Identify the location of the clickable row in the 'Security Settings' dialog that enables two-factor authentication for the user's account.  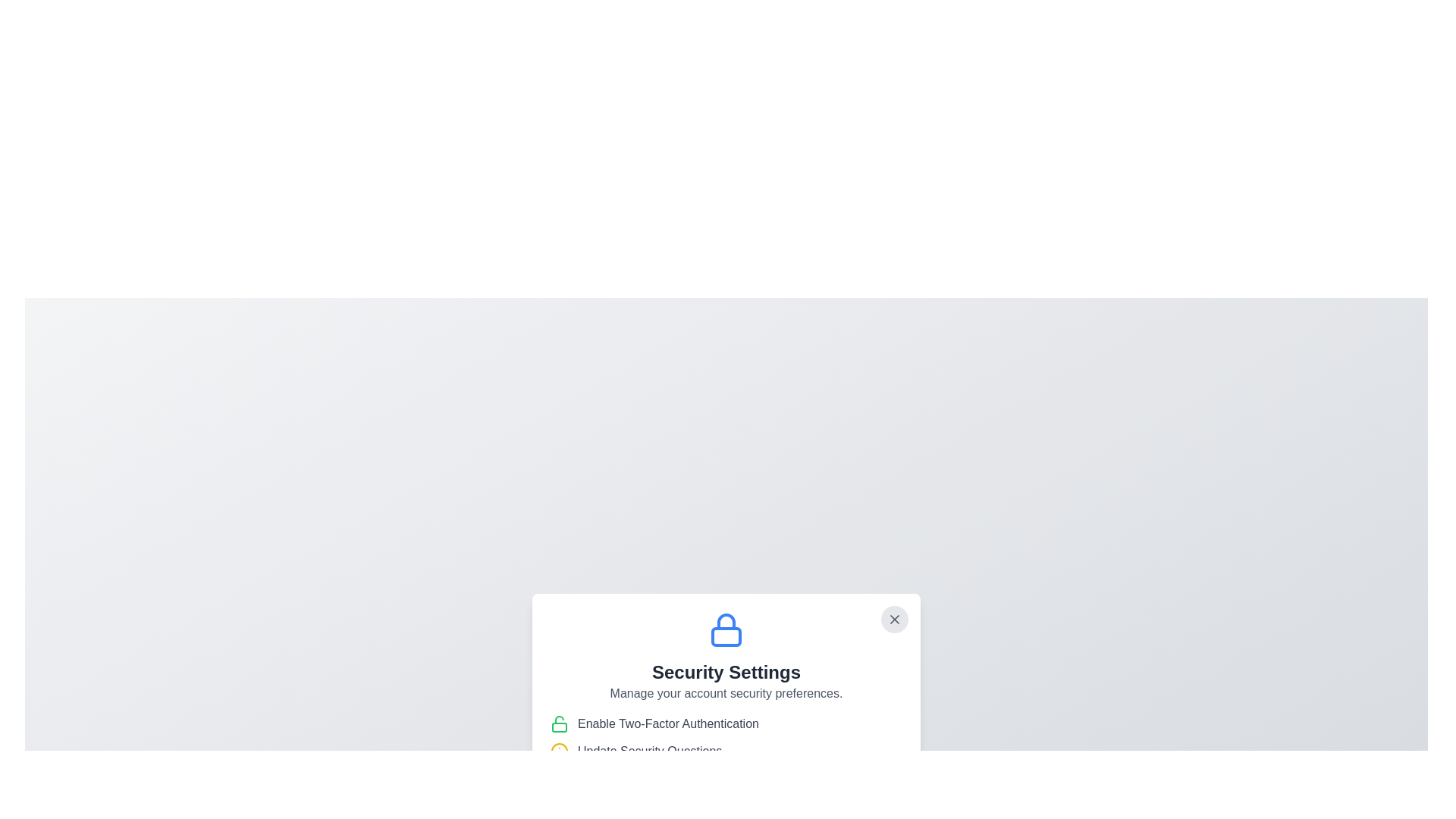
(726, 736).